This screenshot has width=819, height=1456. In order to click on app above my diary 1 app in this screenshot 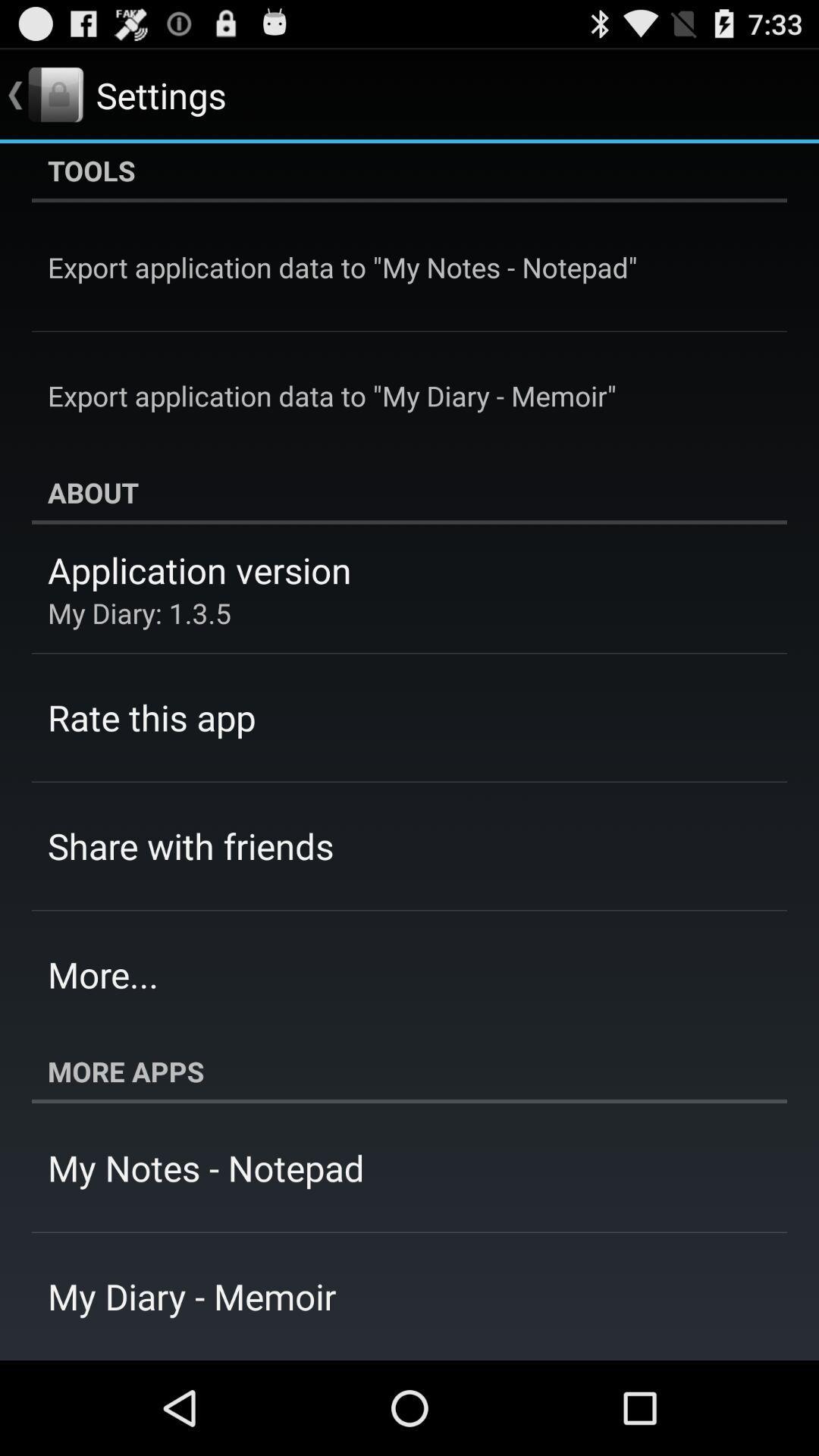, I will do `click(199, 569)`.